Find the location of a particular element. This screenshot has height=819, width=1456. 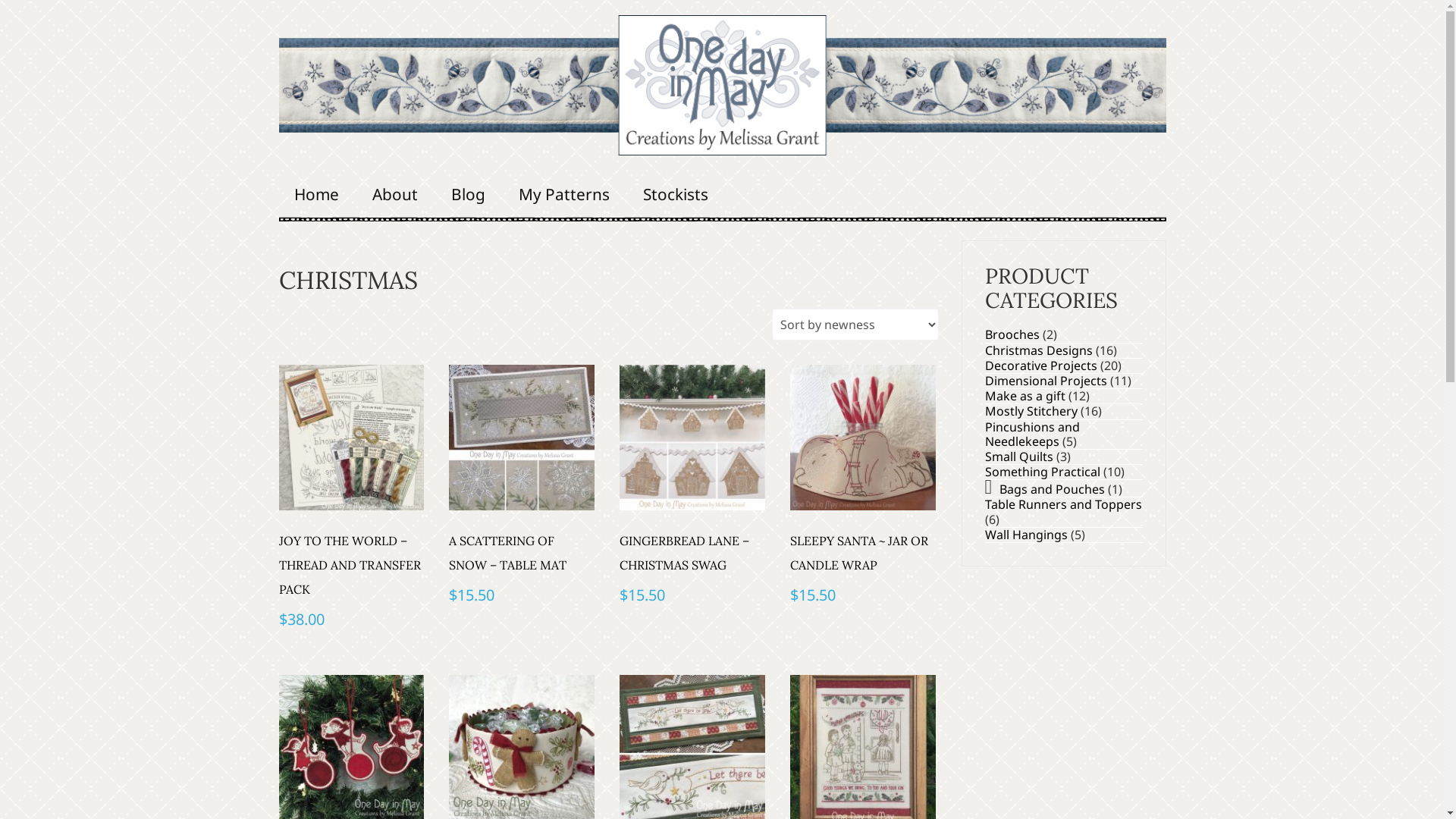

'Dimensional Projects' is located at coordinates (1044, 379).